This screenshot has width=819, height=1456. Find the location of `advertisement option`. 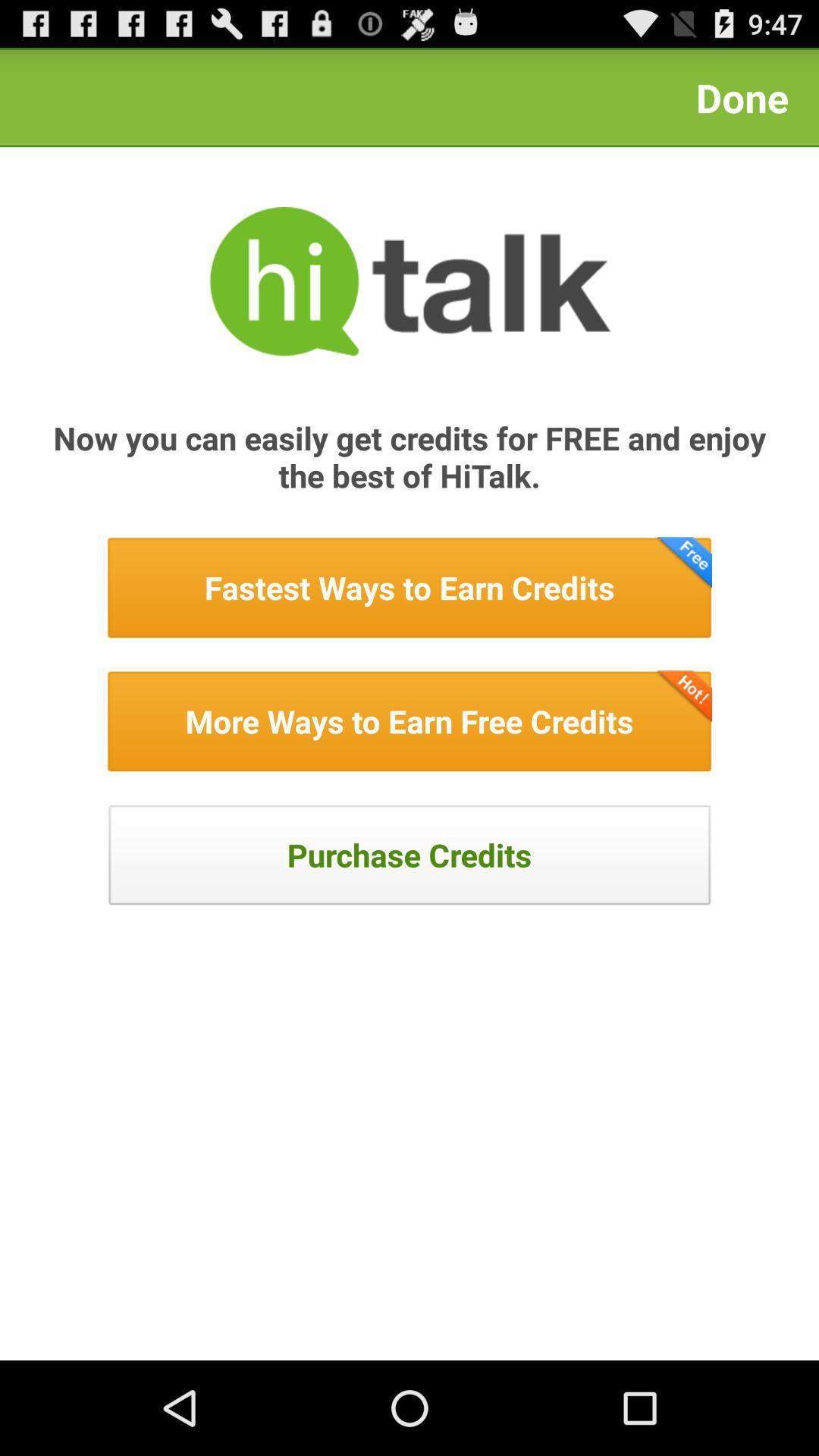

advertisement option is located at coordinates (409, 587).